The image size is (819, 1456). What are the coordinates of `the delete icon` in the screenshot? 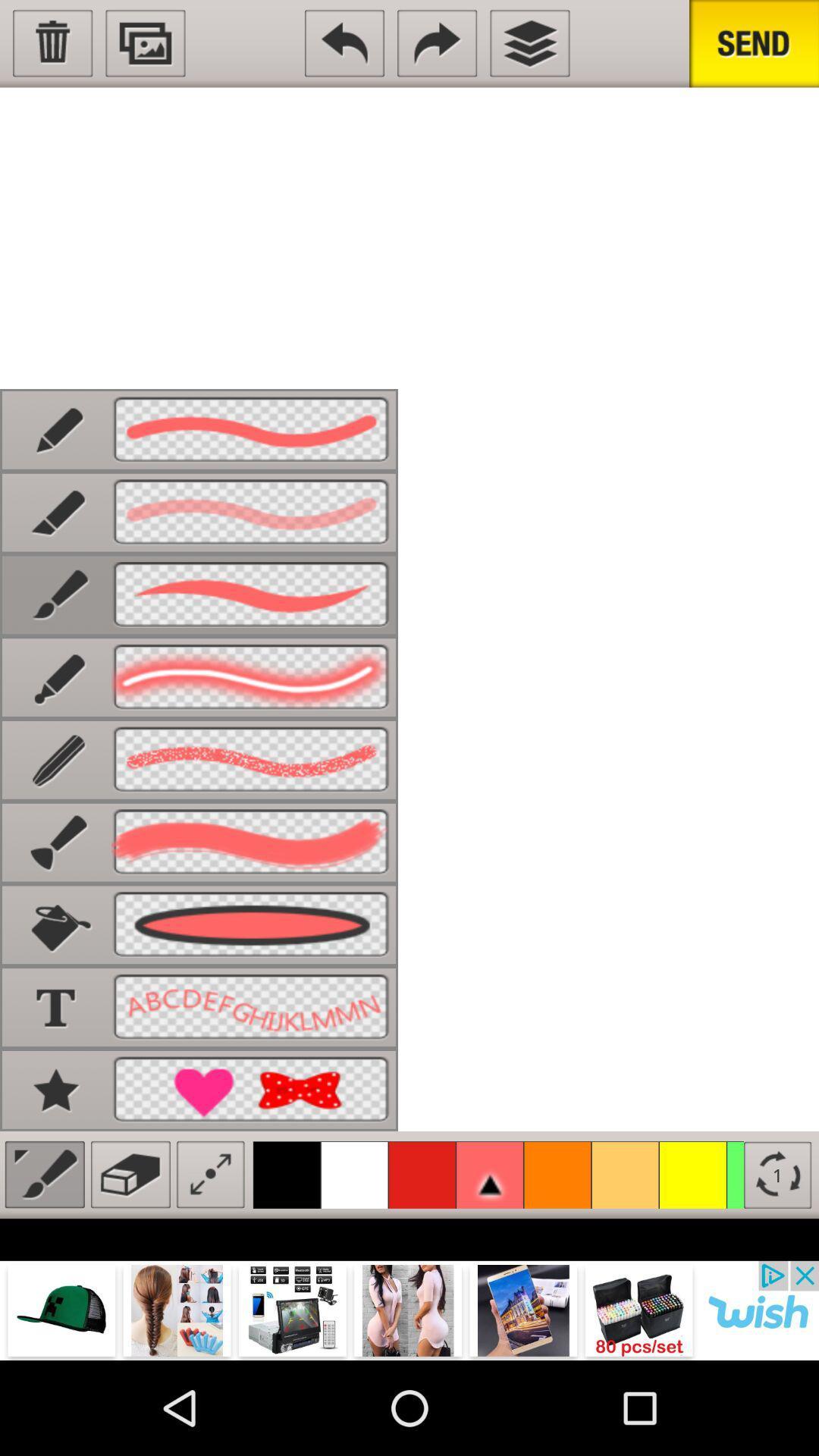 It's located at (52, 43).